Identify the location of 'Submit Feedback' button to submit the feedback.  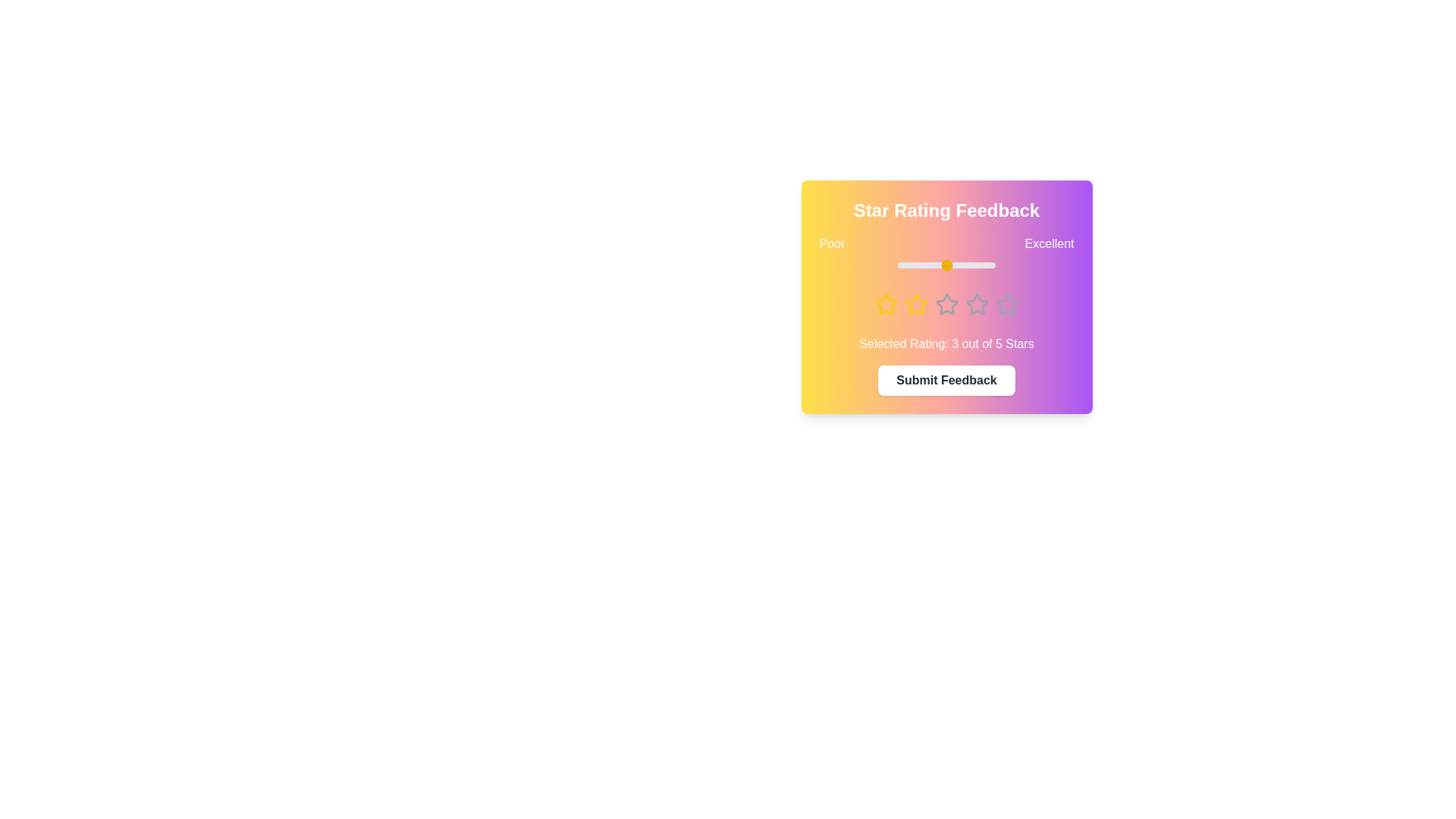
(946, 379).